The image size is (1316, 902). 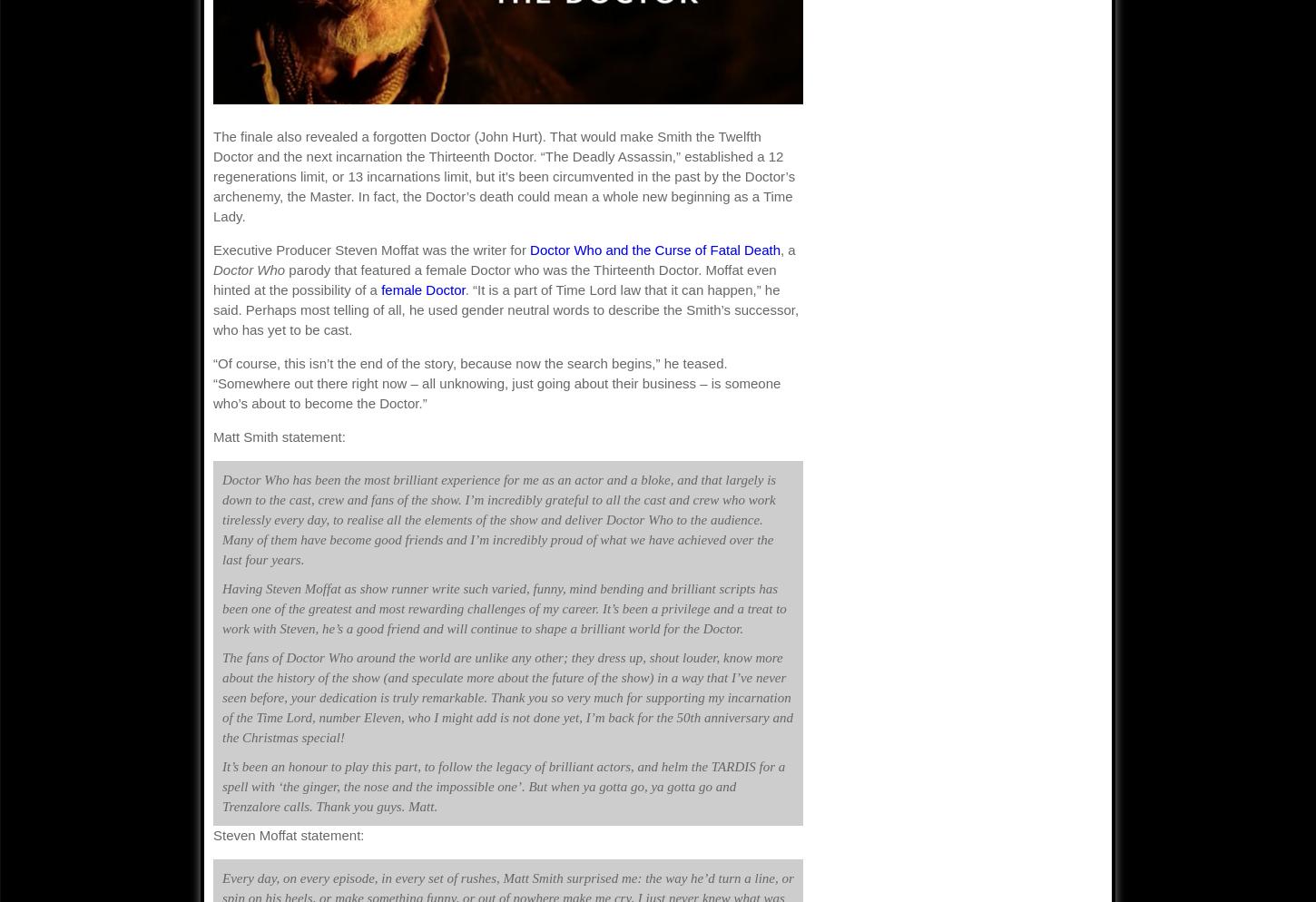 What do you see at coordinates (506, 696) in the screenshot?
I see `'The fans of Doctor Who around the world are unlike any other; they dress up, shout louder, know more about the history of the show (and speculate more about the future of the show) in a way that I’ve never seen before, your dedication is truly remarkable. Thank you so very much for supporting my incarnation of the Time Lord, number Eleven, who I might add is not done yet, I’m back for the 50th anniversary and the Christmas special!'` at bounding box center [506, 696].